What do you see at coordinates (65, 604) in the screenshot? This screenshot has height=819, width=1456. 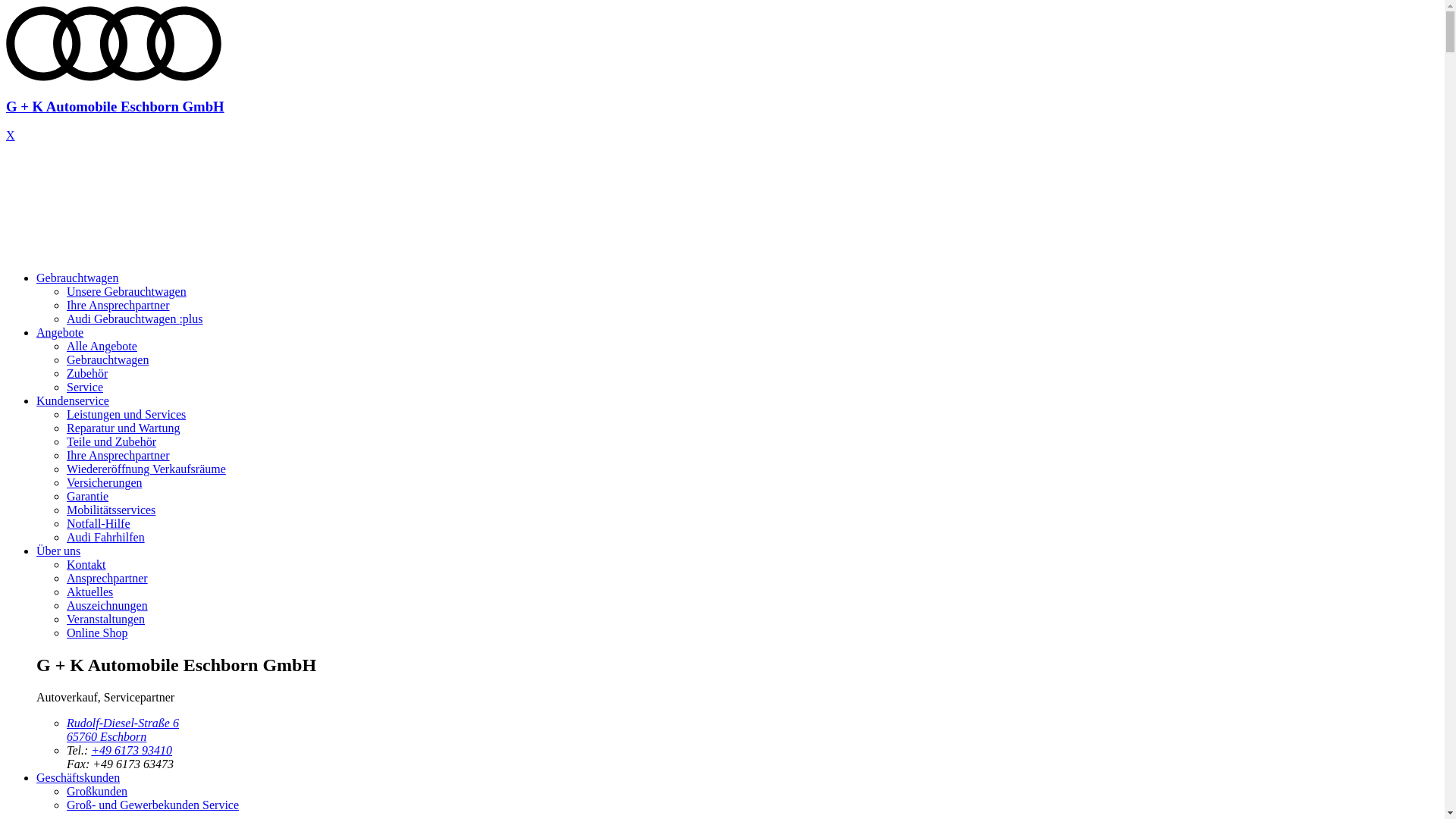 I see `'Auszeichnungen'` at bounding box center [65, 604].